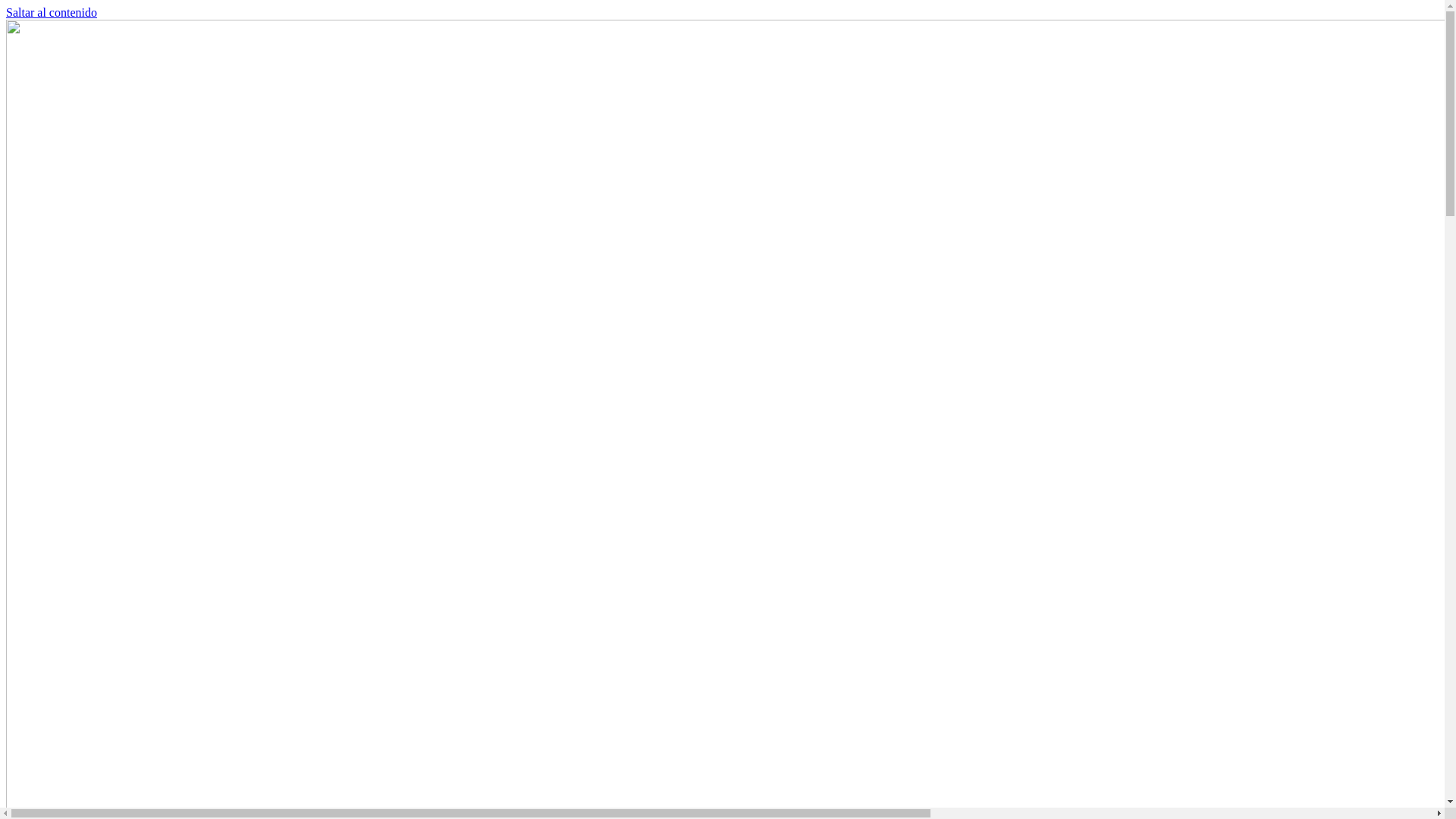  Describe the element at coordinates (6, 12) in the screenshot. I see `'Saltar al contenido'` at that location.